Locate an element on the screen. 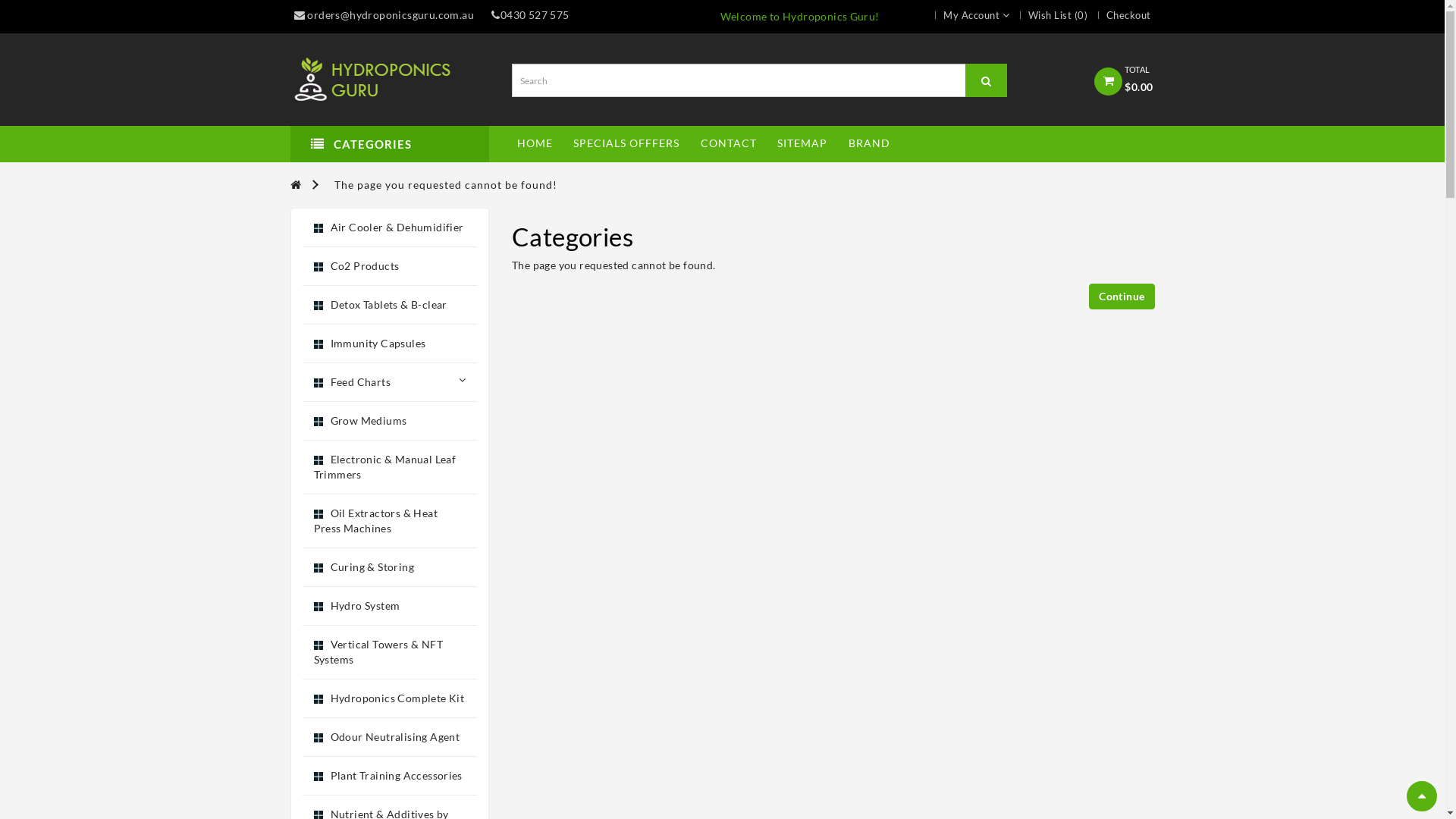  'Hydroponics Complete Kit' is located at coordinates (389, 698).